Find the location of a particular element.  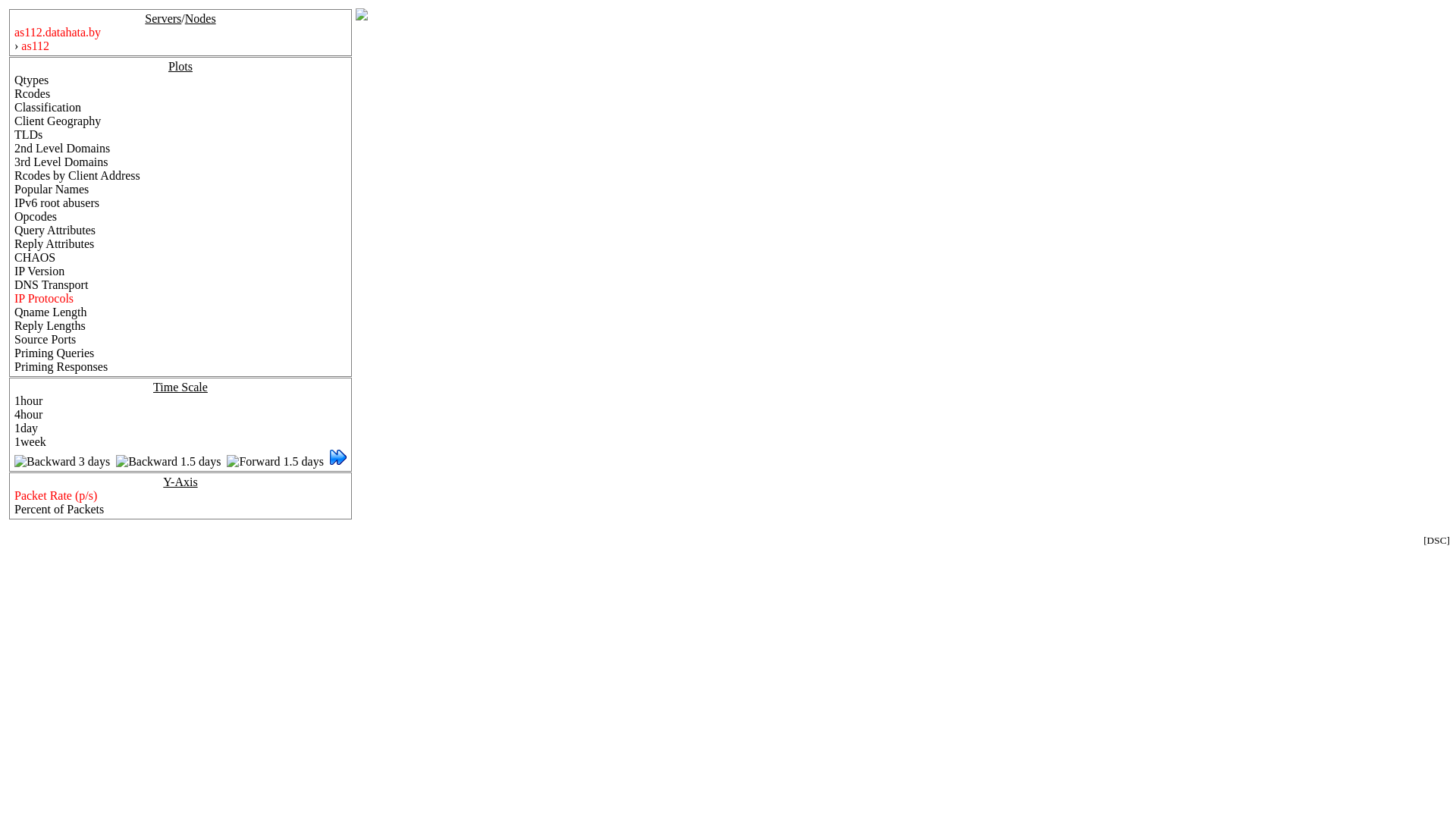

'IPv6 root abusers' is located at coordinates (57, 202).